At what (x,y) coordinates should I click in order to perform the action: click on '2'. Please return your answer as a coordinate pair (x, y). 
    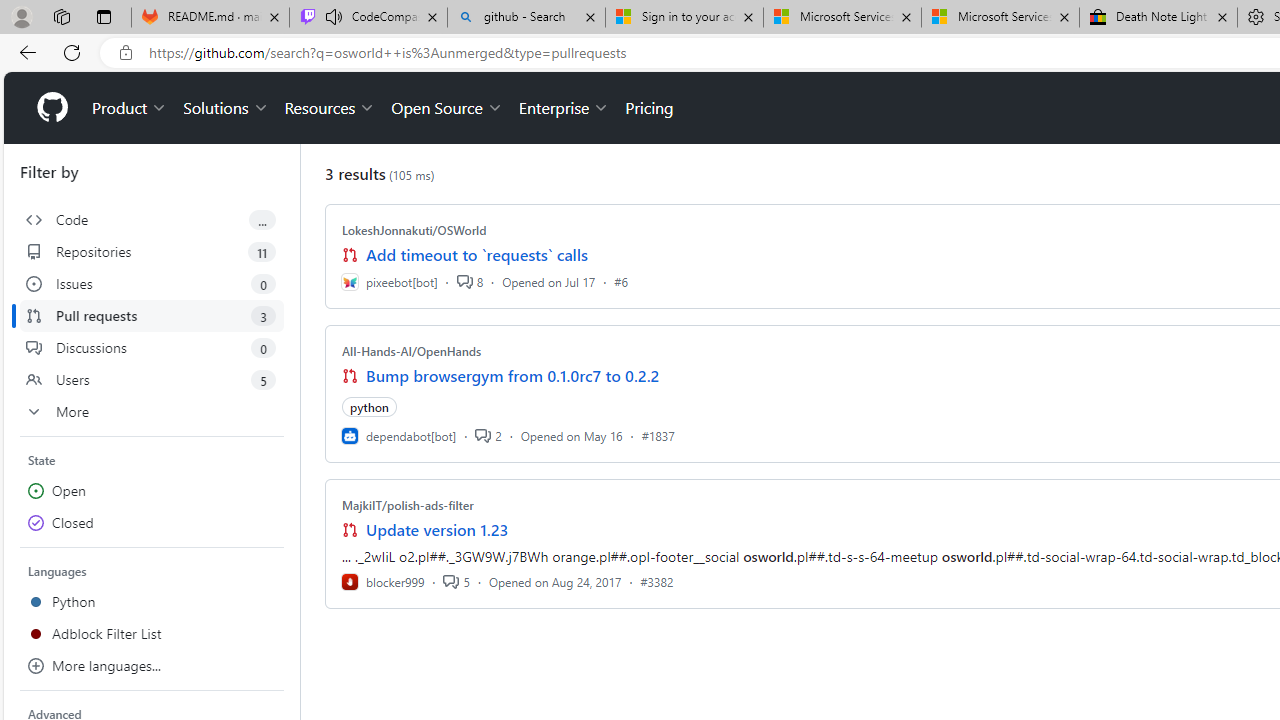
    Looking at the image, I should click on (488, 434).